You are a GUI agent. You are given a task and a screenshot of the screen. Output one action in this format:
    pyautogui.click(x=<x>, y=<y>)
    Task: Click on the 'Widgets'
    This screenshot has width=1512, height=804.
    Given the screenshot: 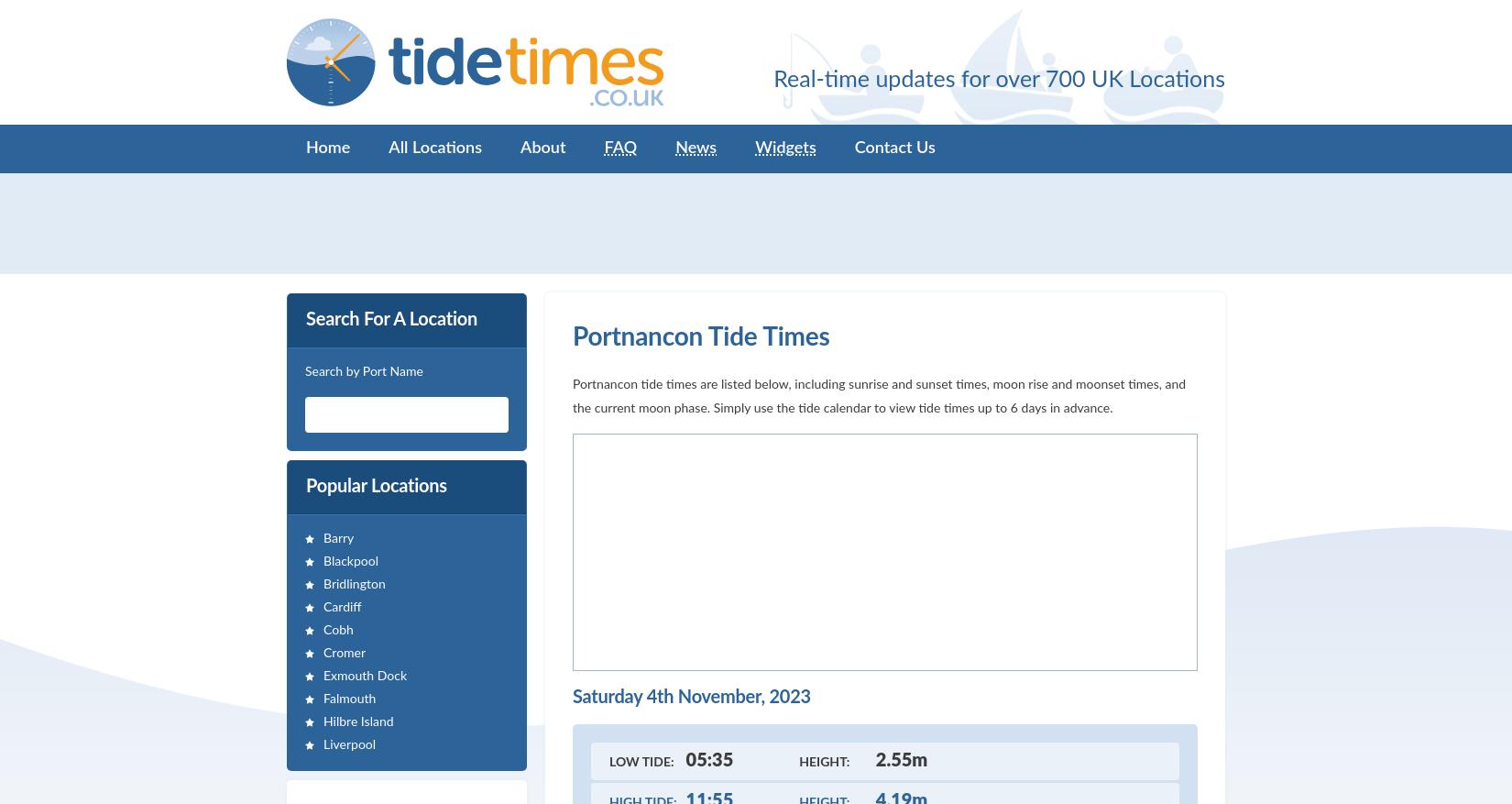 What is the action you would take?
    pyautogui.click(x=785, y=148)
    